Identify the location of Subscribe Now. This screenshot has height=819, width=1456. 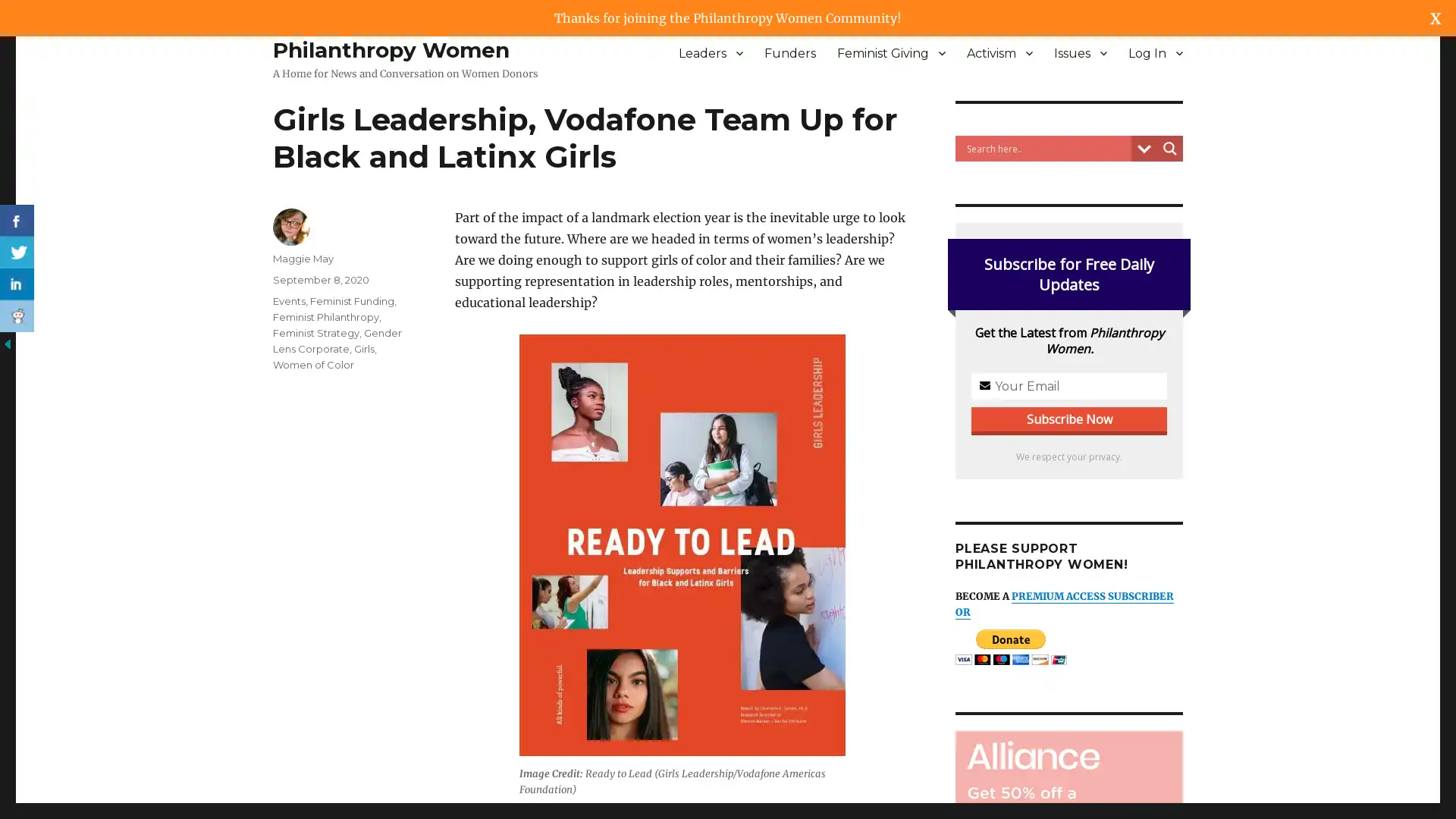
(1068, 419).